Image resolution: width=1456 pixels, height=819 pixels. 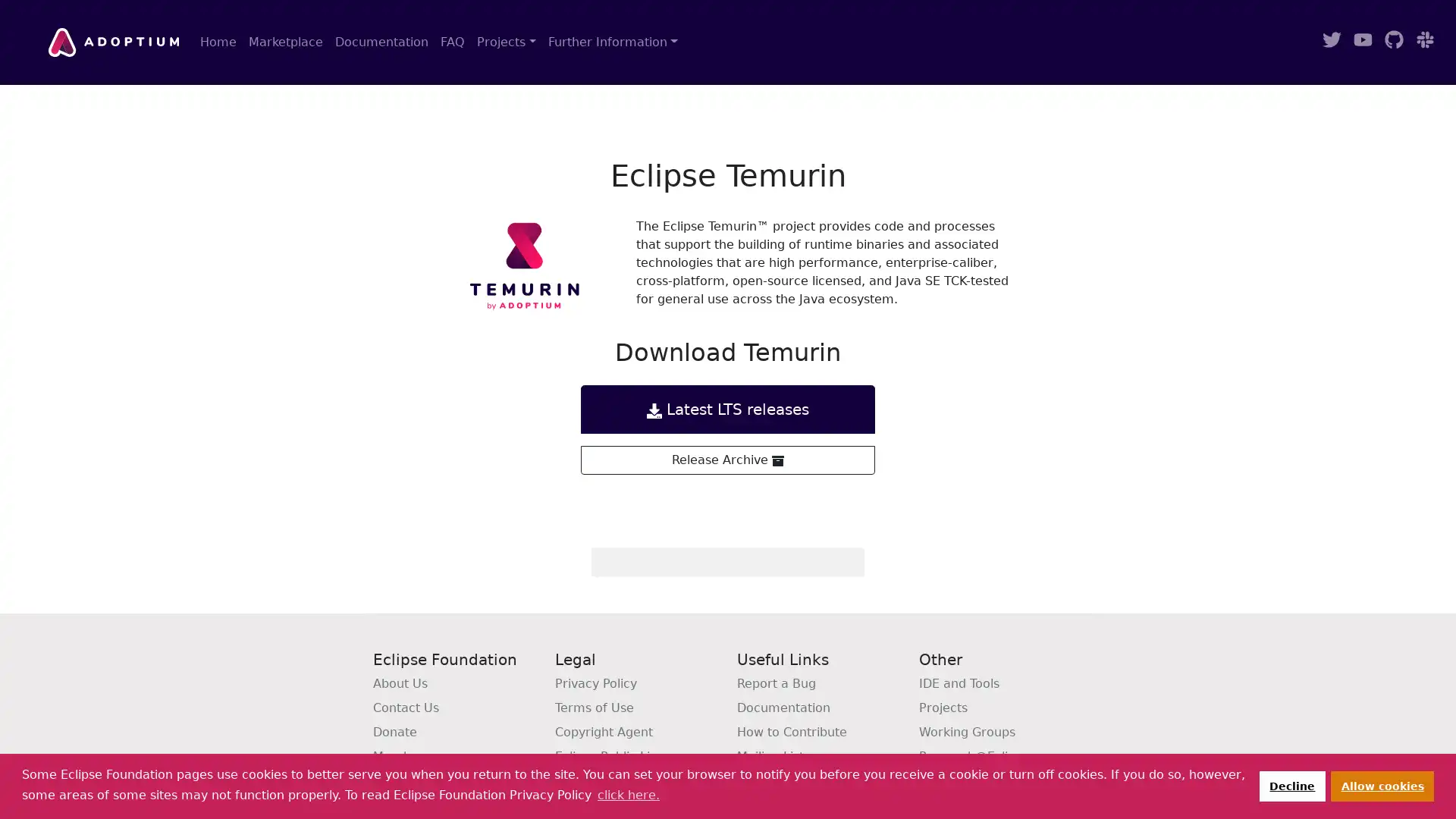 I want to click on learn more about cookies, so click(x=628, y=794).